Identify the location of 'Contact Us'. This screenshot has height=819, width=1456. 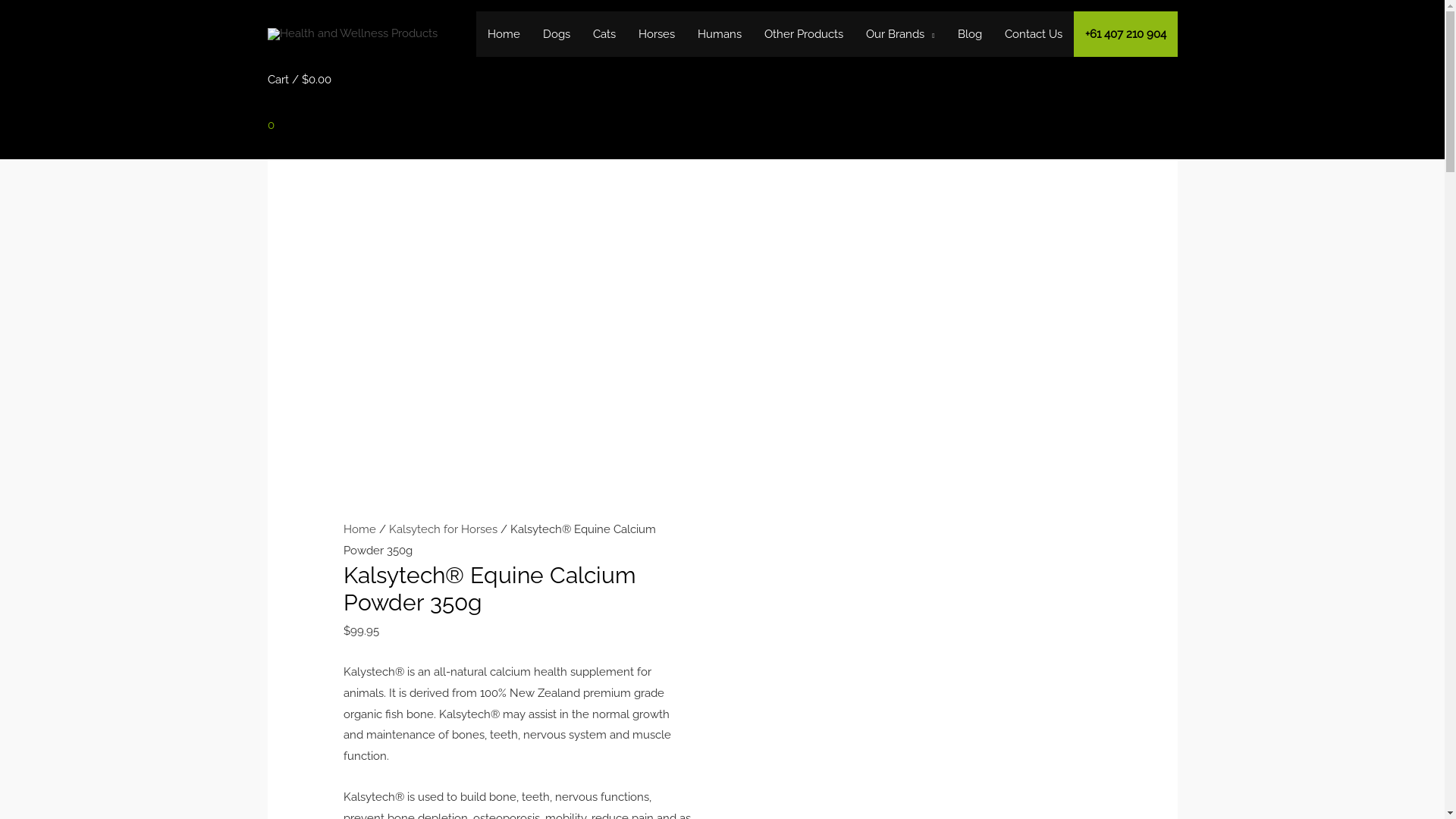
(1033, 34).